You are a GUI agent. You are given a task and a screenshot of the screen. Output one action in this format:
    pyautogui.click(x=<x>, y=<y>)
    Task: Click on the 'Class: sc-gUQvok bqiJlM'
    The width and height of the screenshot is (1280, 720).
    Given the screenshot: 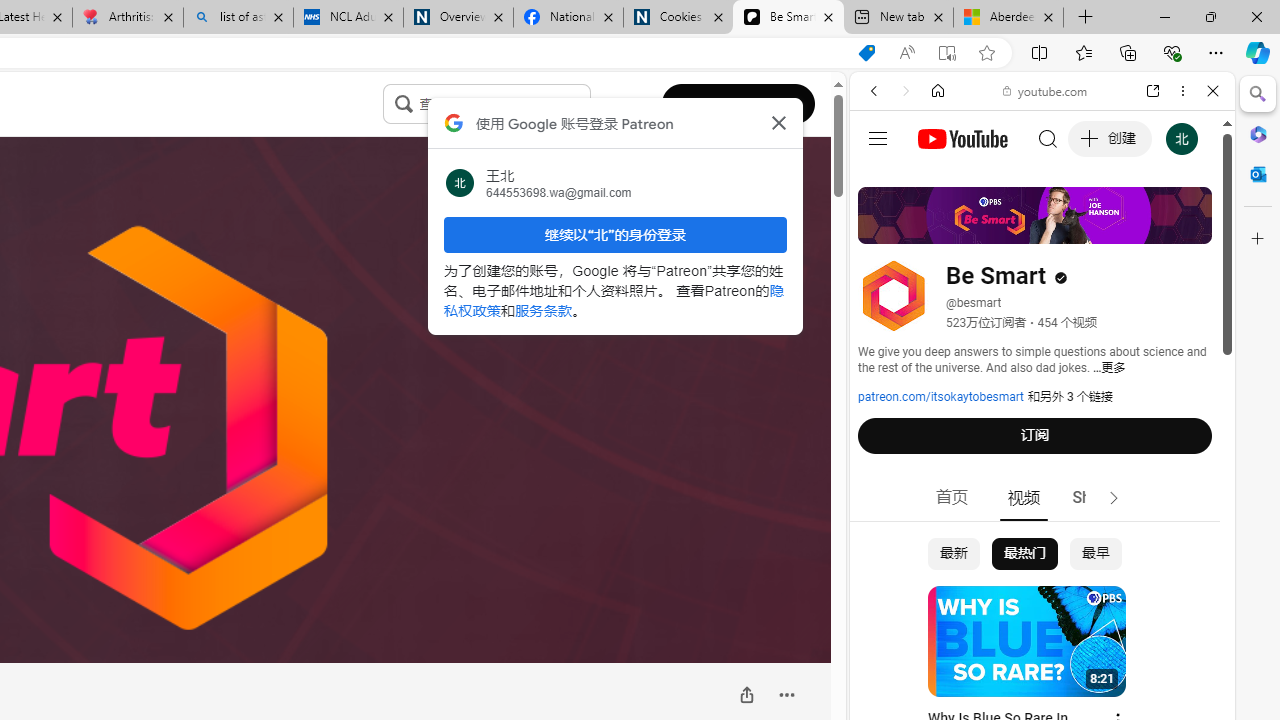 What is the action you would take?
    pyautogui.click(x=584, y=104)
    